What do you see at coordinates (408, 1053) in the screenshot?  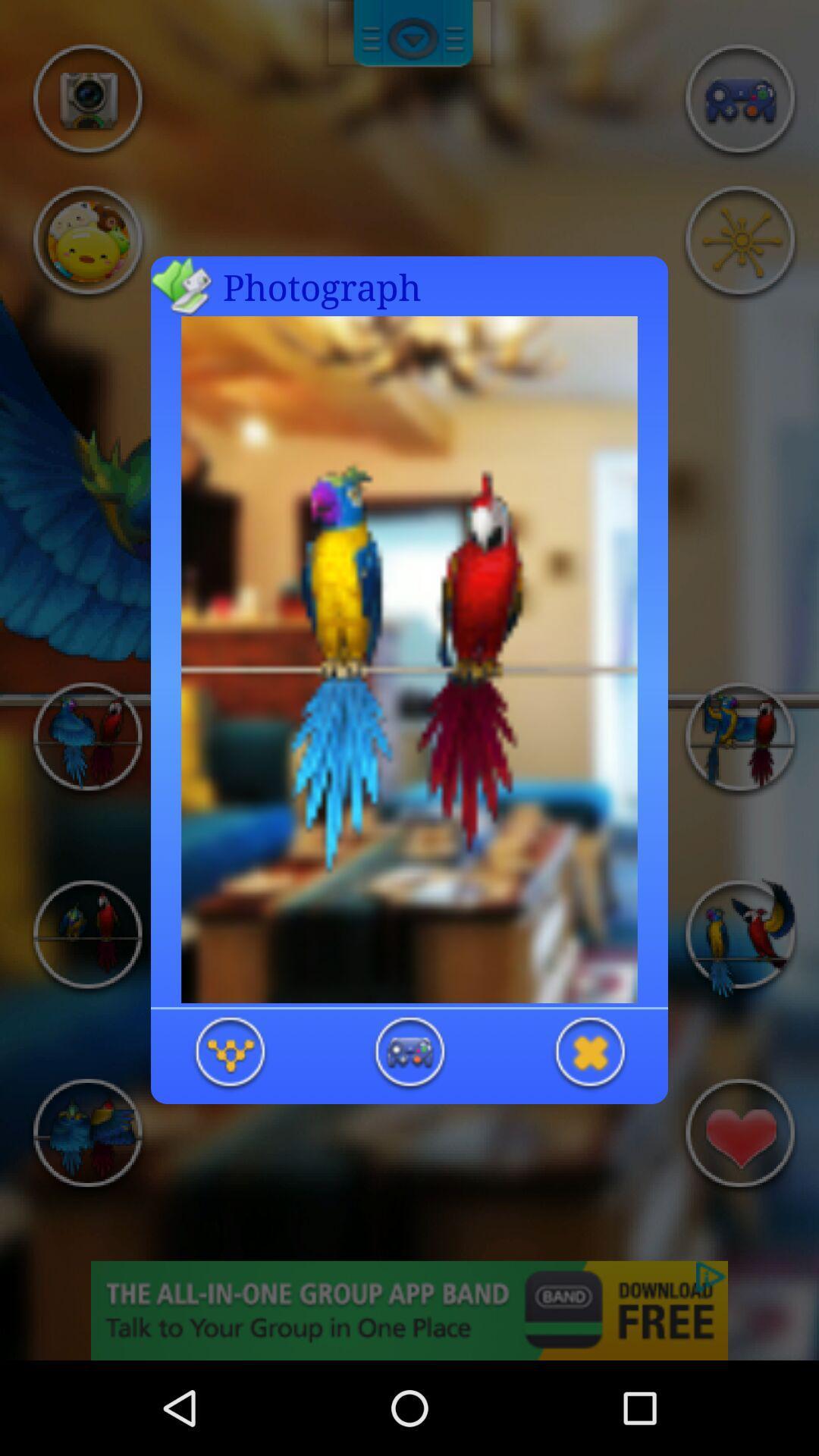 I see `start the event` at bounding box center [408, 1053].